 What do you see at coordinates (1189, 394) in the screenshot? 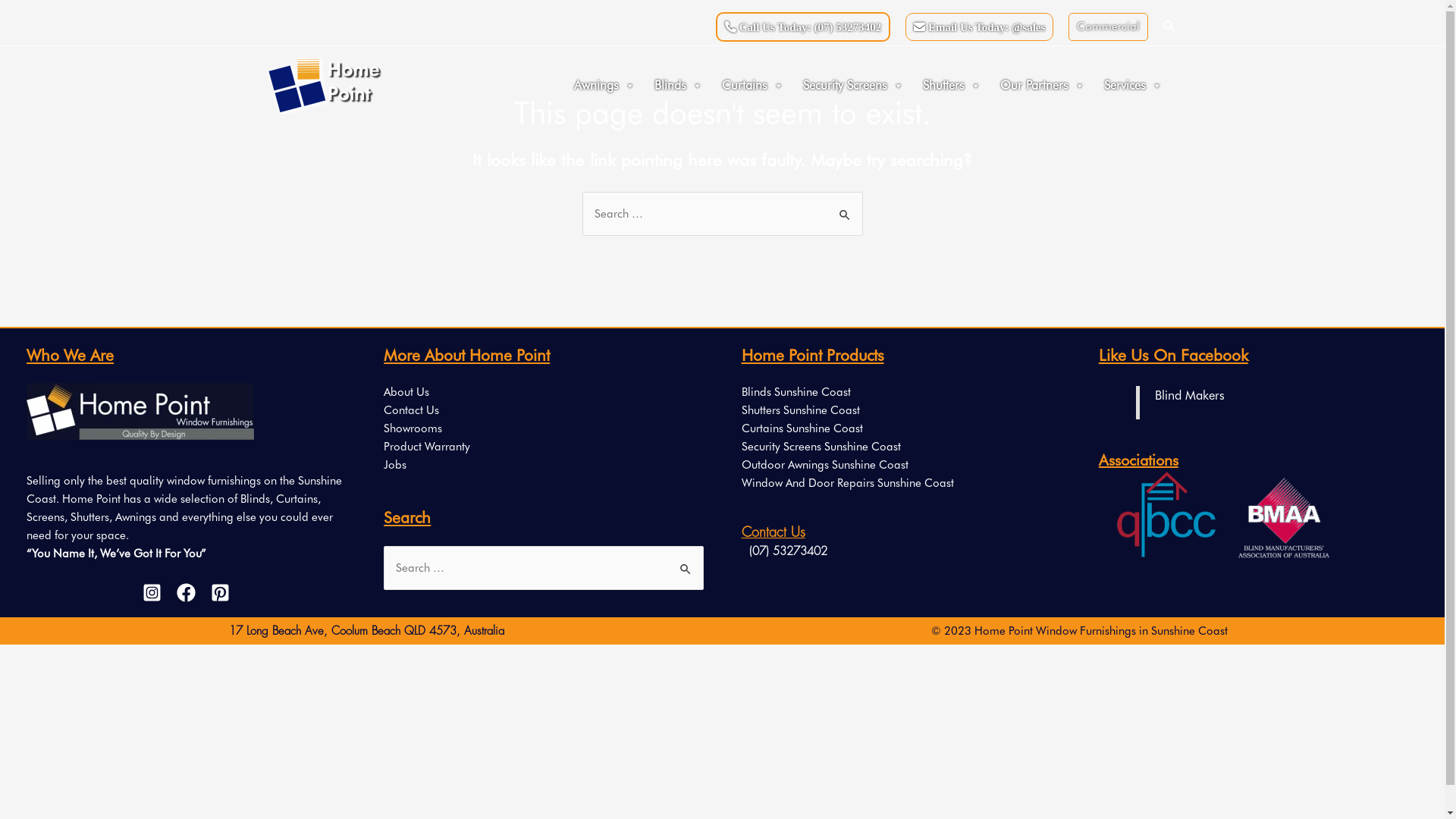
I see `'Blind Makers'` at bounding box center [1189, 394].